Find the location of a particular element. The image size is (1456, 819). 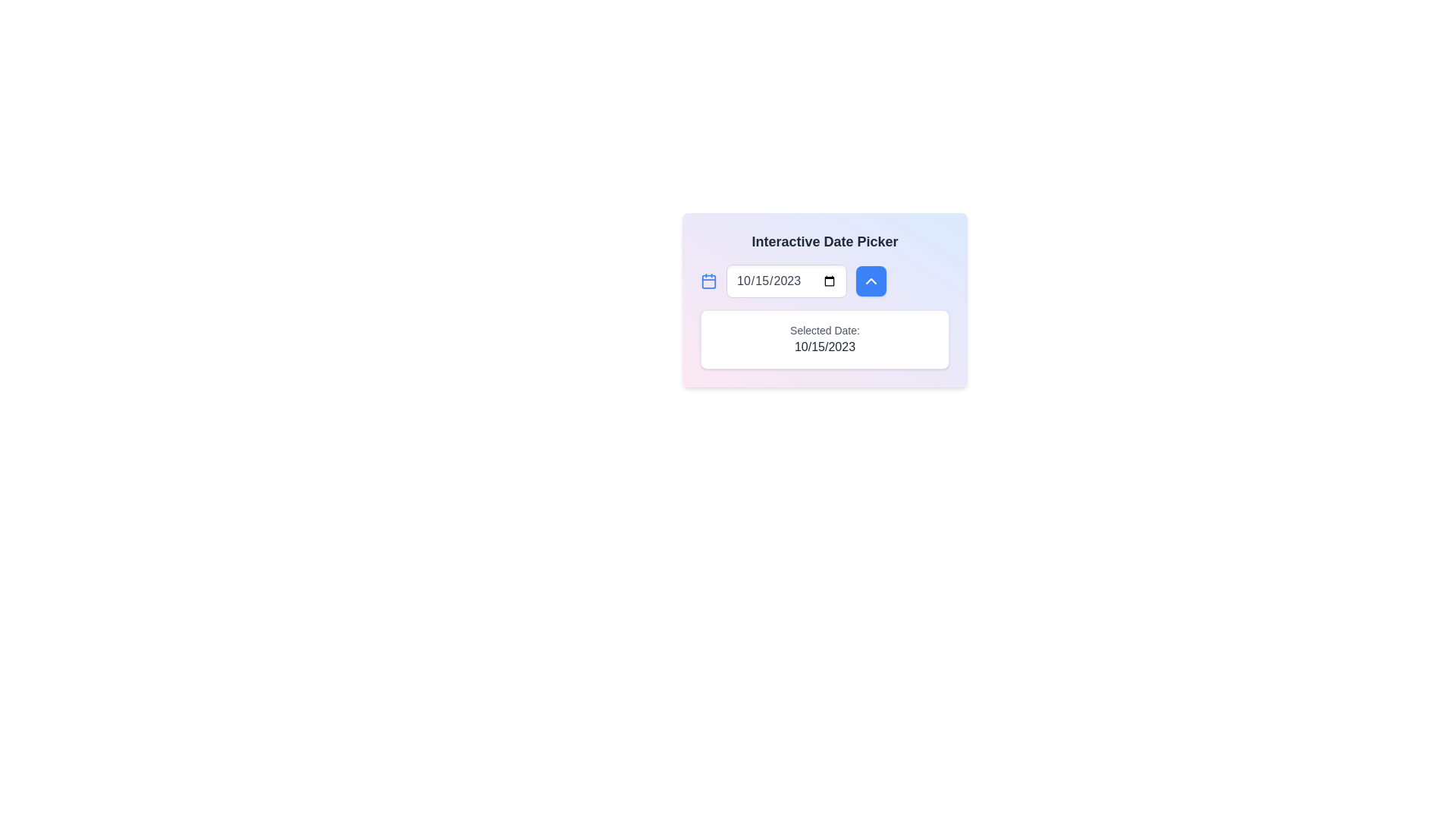

the button located at the right end of the date input field is located at coordinates (871, 281).